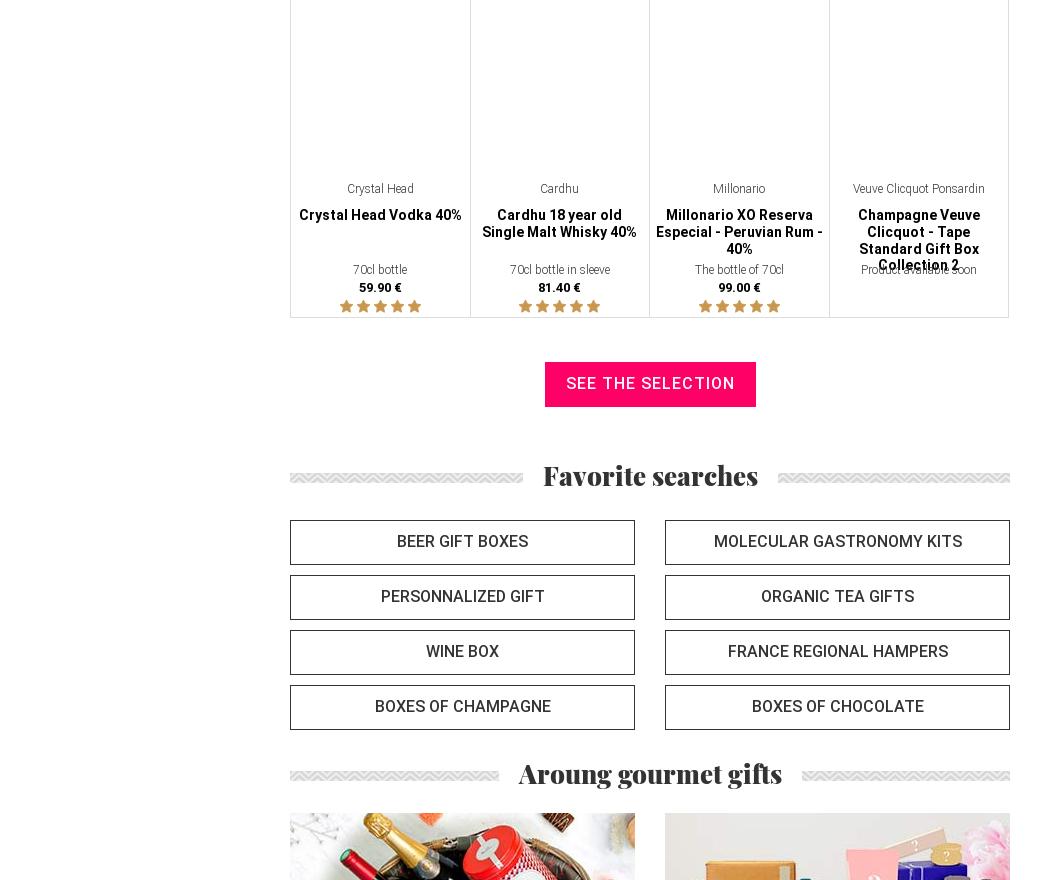 Image resolution: width=1050 pixels, height=880 pixels. I want to click on 'Personnalized gift', so click(462, 595).